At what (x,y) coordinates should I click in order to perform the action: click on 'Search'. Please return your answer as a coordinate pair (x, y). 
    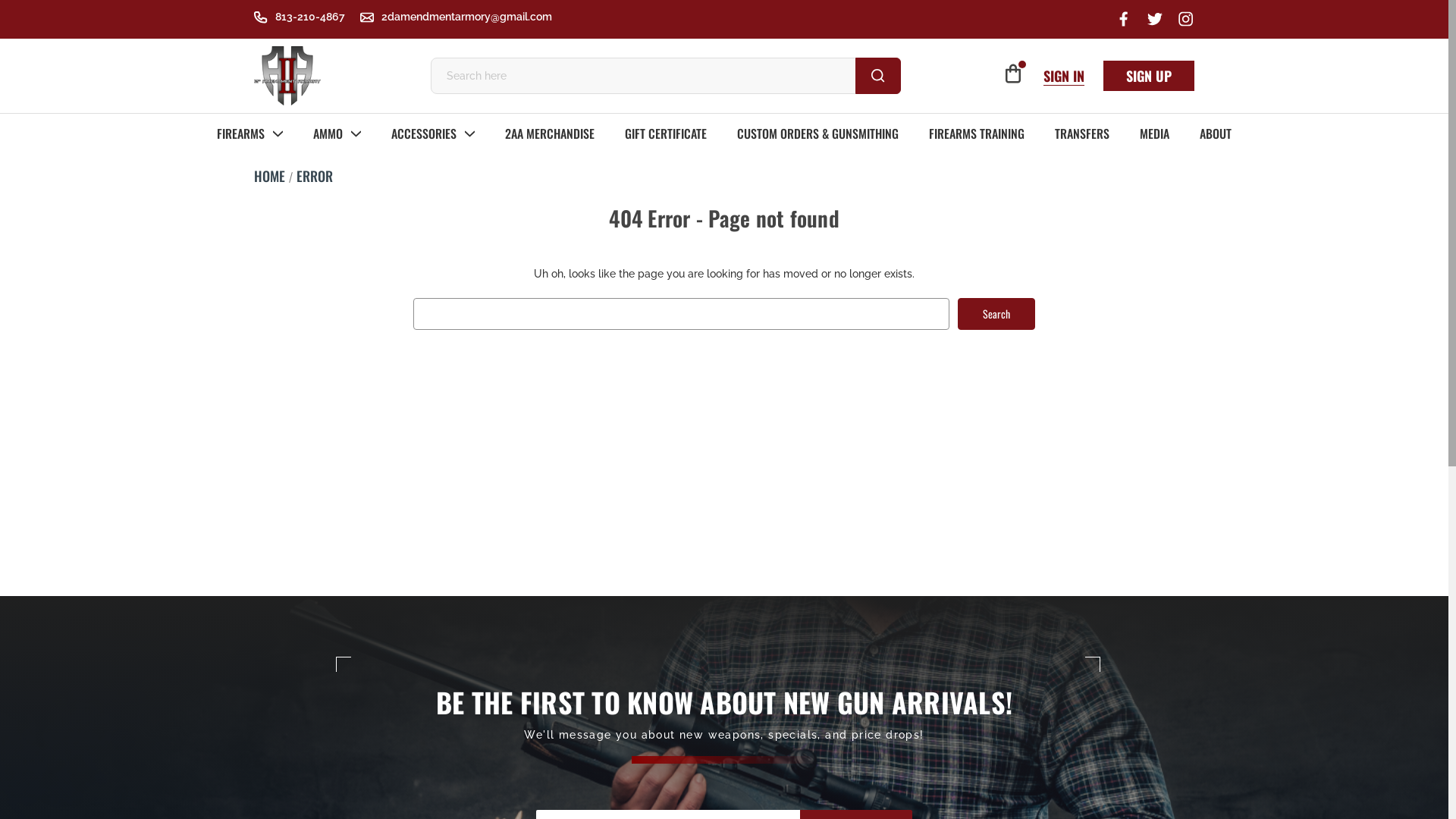
    Looking at the image, I should click on (956, 312).